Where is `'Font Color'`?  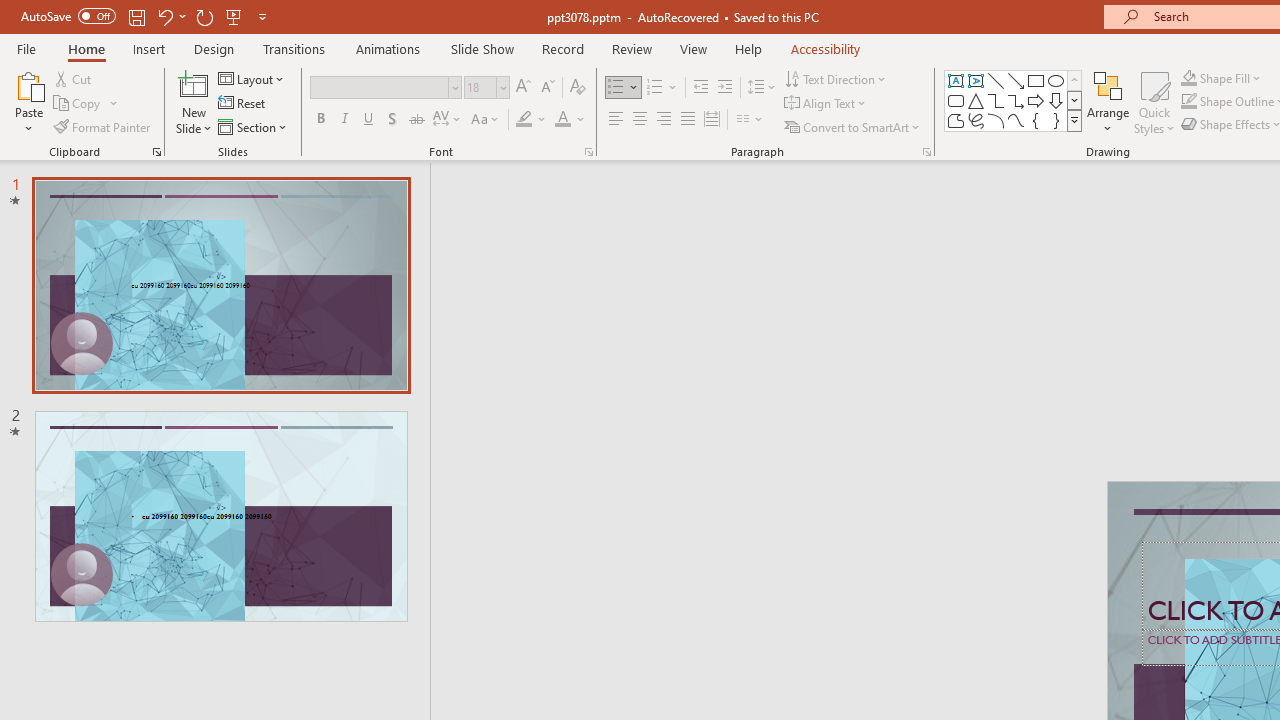
'Font Color' is located at coordinates (569, 119).